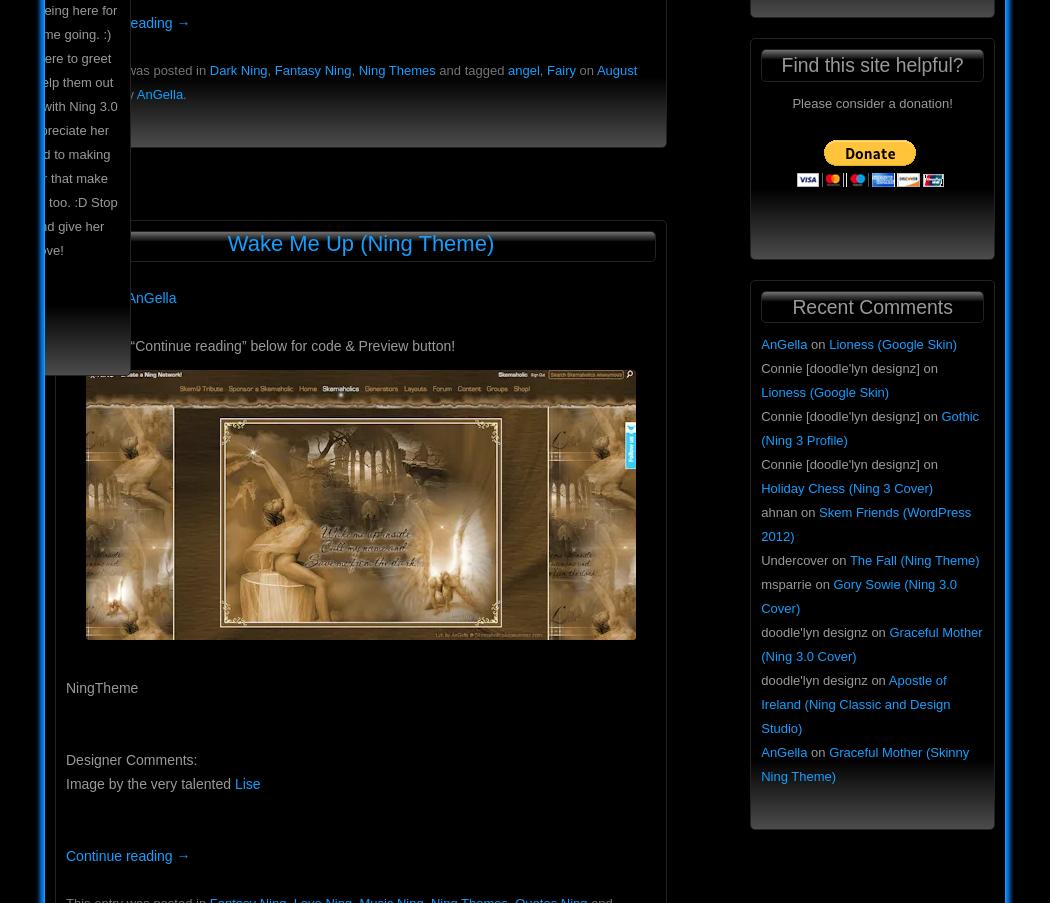 The height and width of the screenshot is (903, 1050). Describe the element at coordinates (359, 242) in the screenshot. I see `'Wake Me Up (Ning Theme)'` at that location.